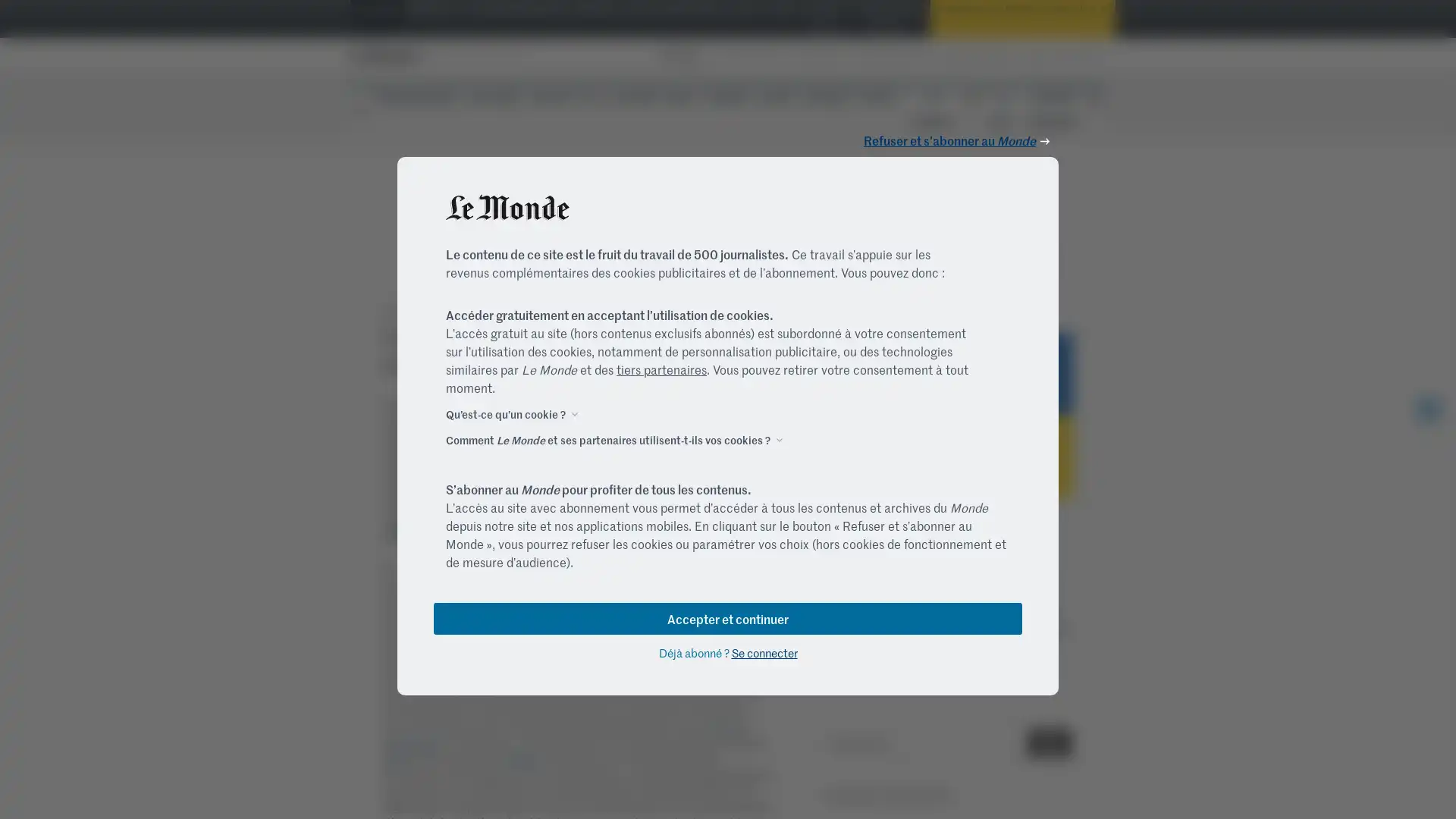 The height and width of the screenshot is (819, 1456). What do you see at coordinates (1048, 742) in the screenshot?
I see `Recherche` at bounding box center [1048, 742].